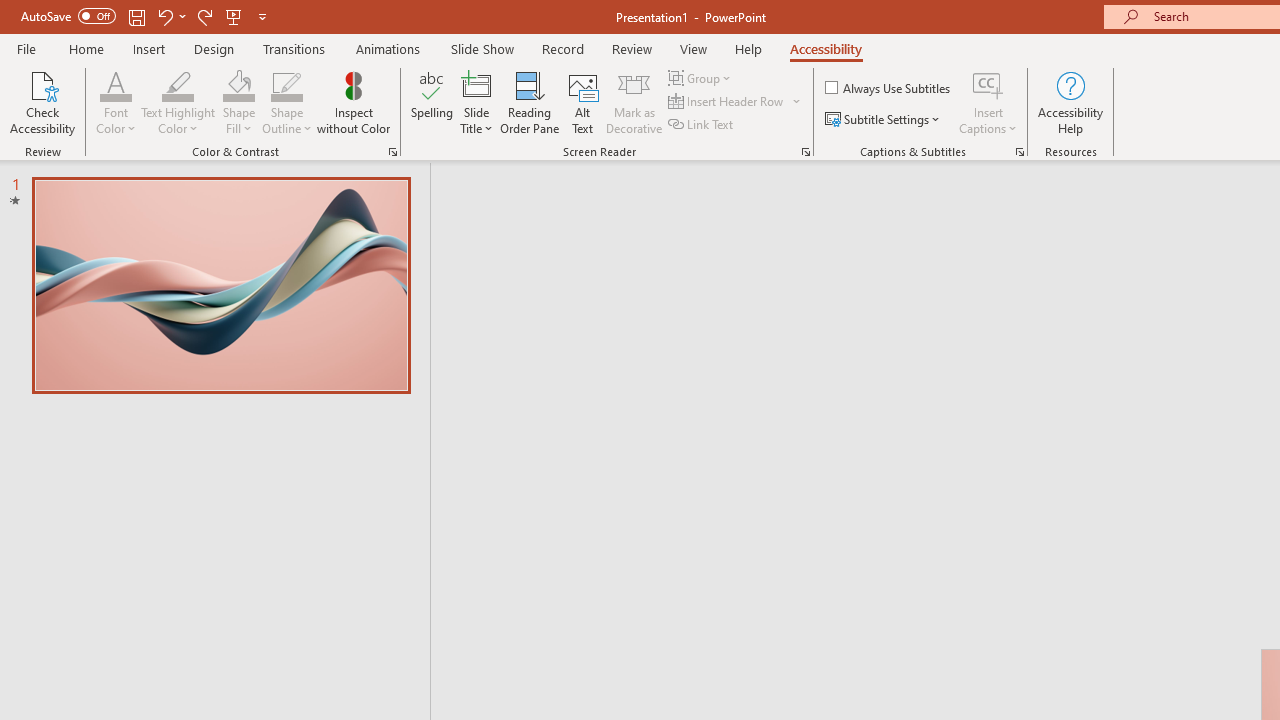 Image resolution: width=1280 pixels, height=720 pixels. I want to click on 'Screen Reader', so click(805, 150).